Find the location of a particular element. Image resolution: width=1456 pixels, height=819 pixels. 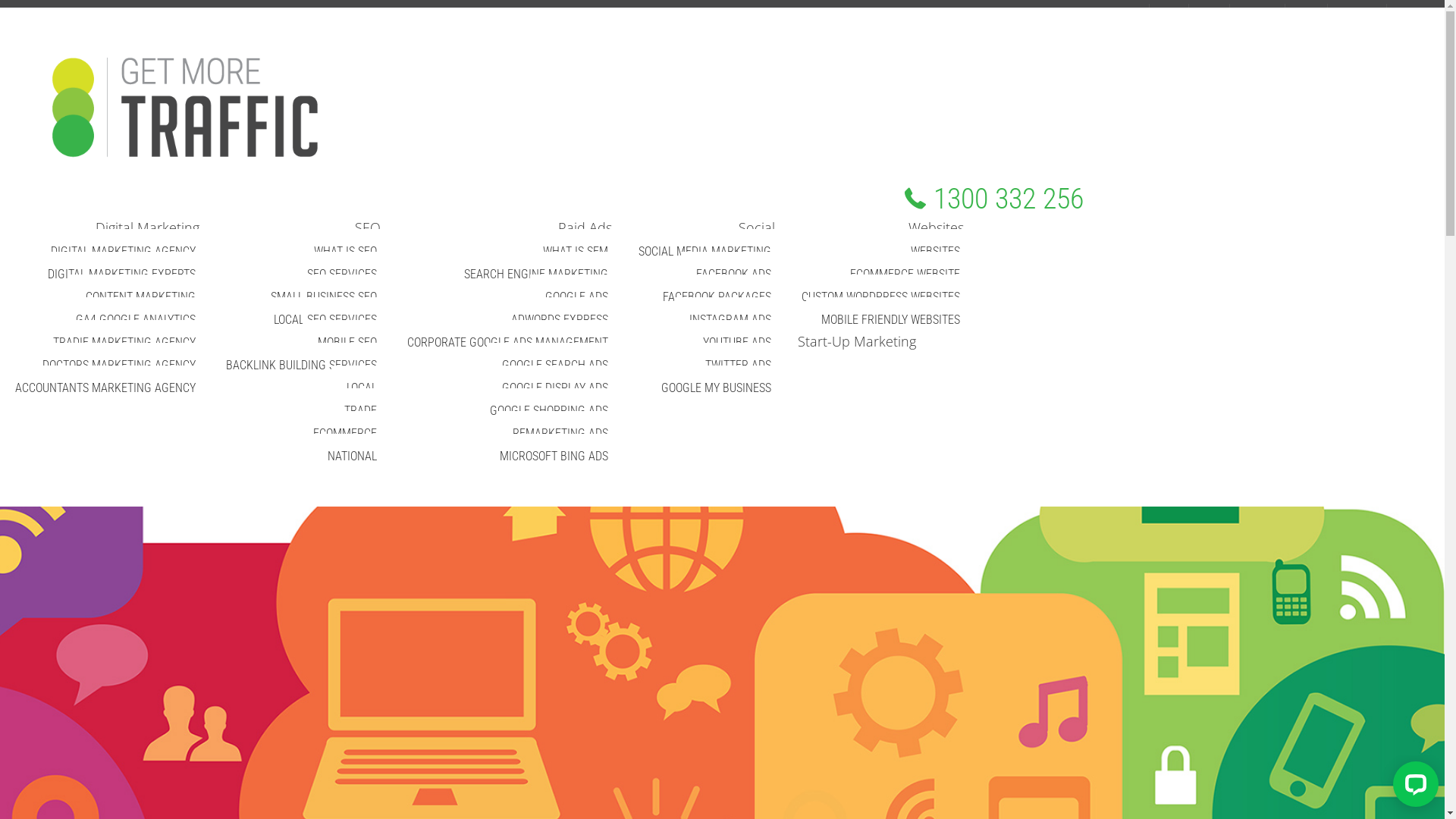

'GA4 GOOGLE ANALYTICS' is located at coordinates (135, 318).